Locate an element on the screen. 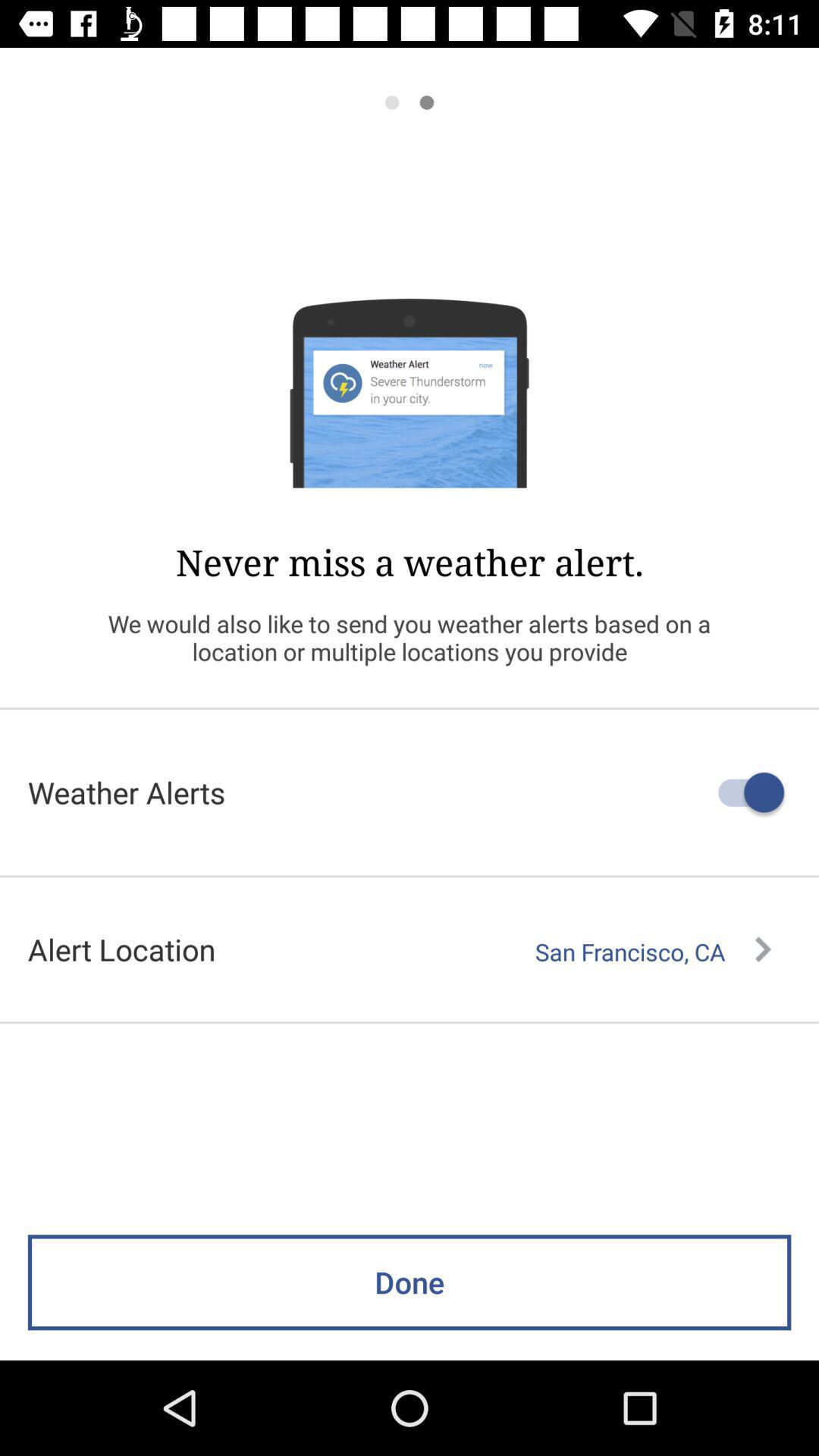 The width and height of the screenshot is (819, 1456). san francisco, ca icon is located at coordinates (652, 951).